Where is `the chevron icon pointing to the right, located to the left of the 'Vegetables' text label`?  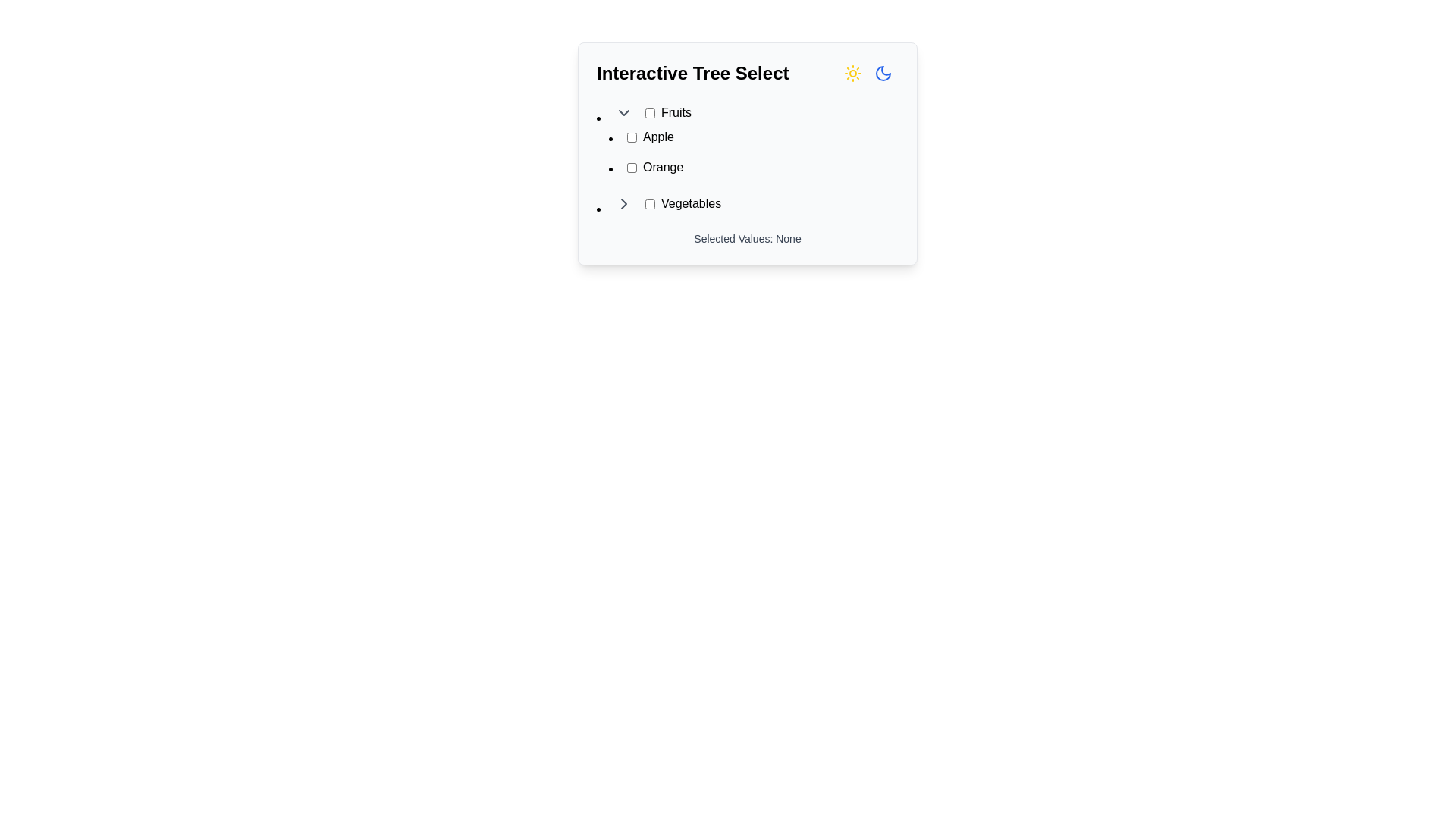 the chevron icon pointing to the right, located to the left of the 'Vegetables' text label is located at coordinates (623, 203).